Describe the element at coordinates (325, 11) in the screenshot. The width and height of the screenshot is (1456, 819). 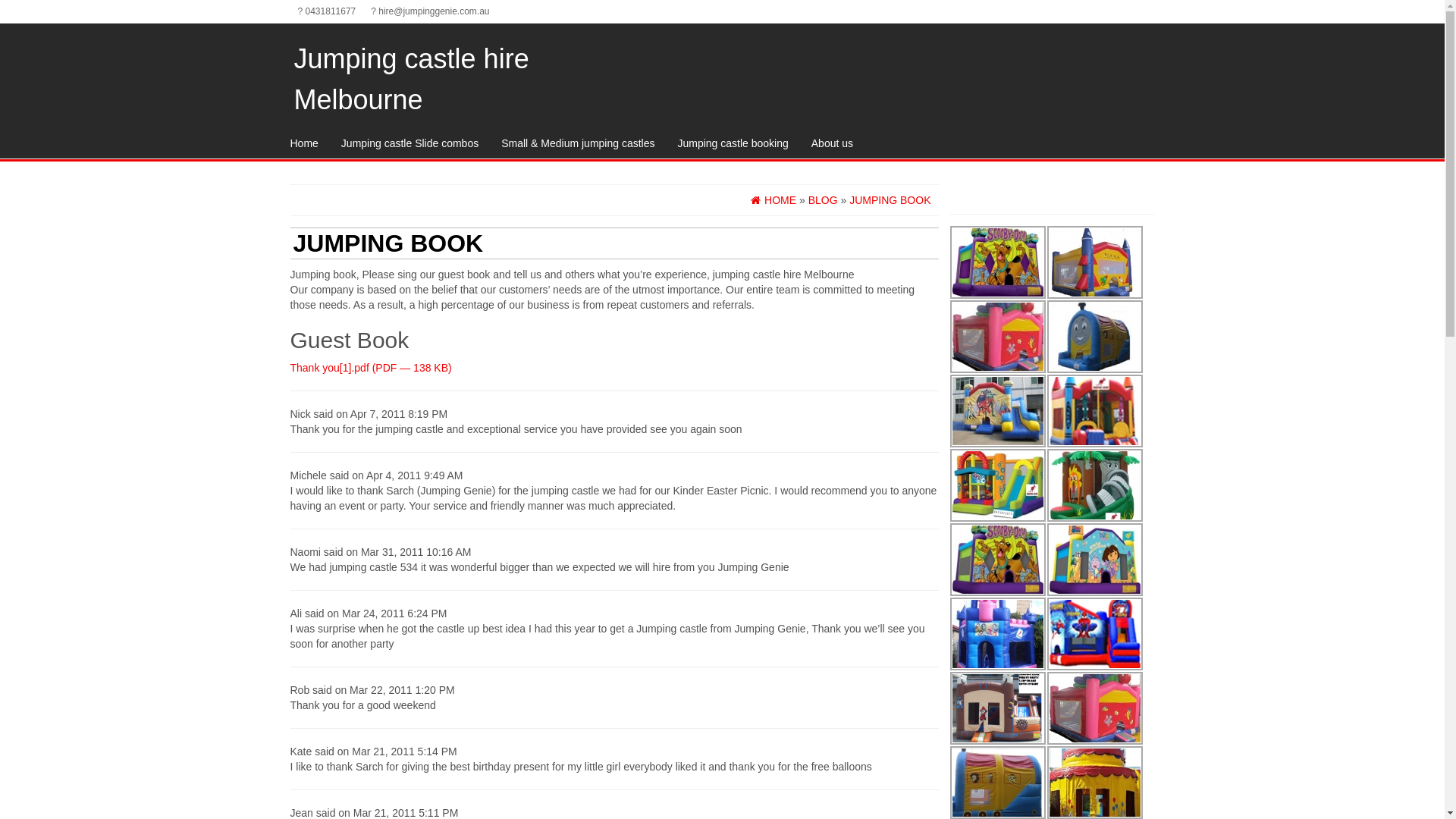
I see `'? 0431811677'` at that location.